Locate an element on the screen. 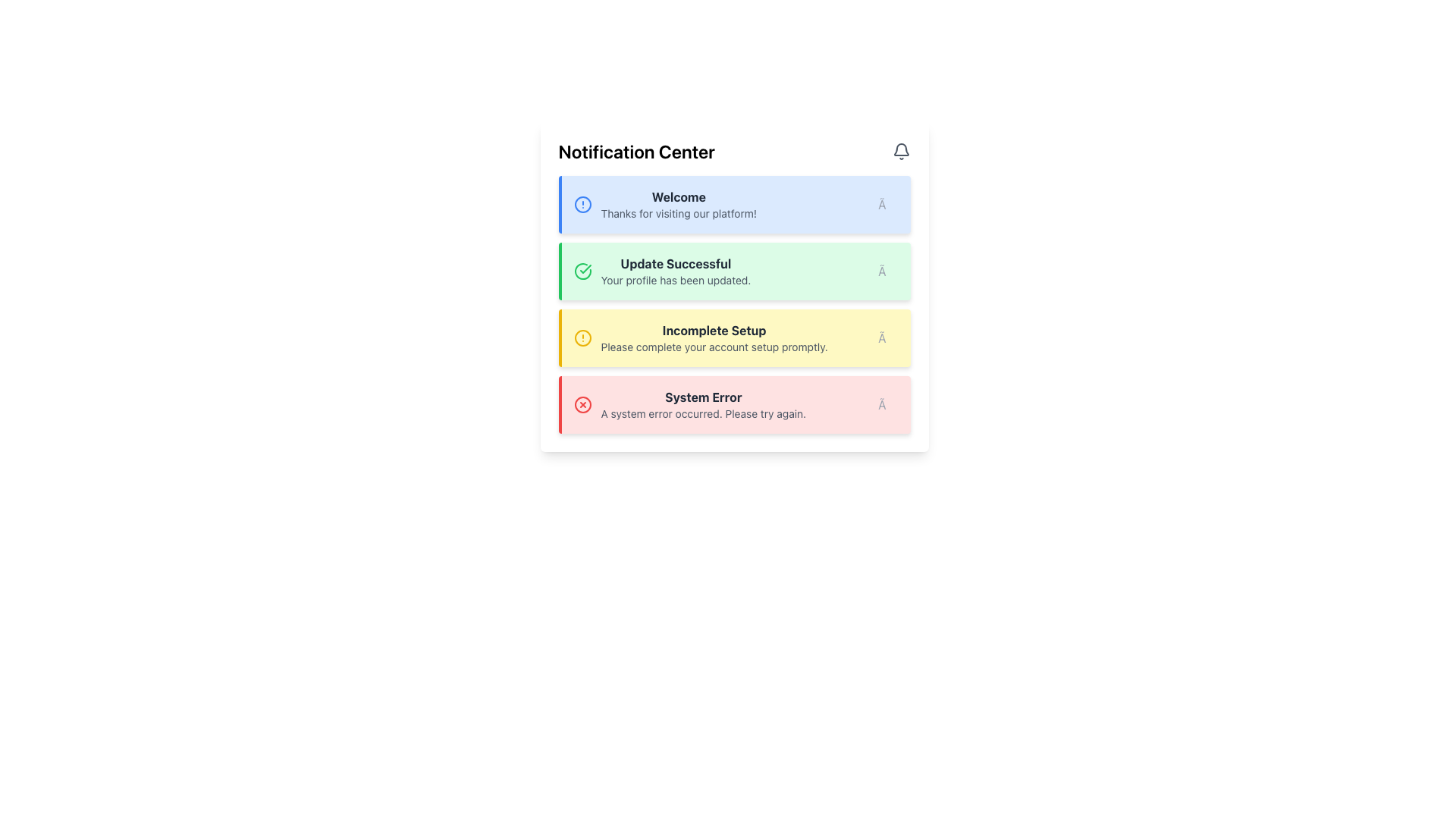 The width and height of the screenshot is (1456, 819). the successful update icon located inside the 'Update Successful' notification box, which is the second notification in the 'Notification Center' is located at coordinates (585, 268).